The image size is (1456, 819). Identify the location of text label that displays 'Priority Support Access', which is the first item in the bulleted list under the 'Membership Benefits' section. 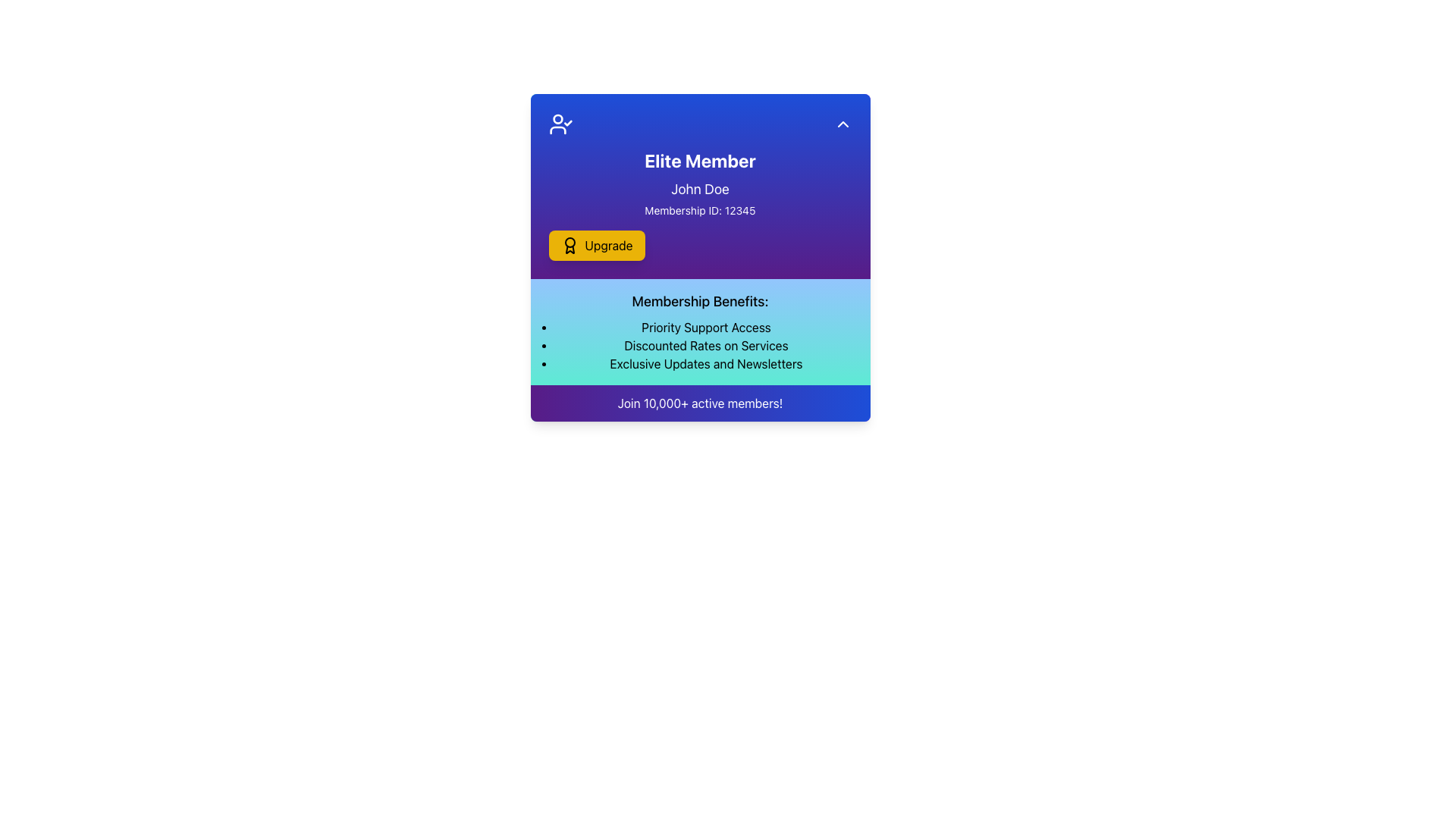
(705, 327).